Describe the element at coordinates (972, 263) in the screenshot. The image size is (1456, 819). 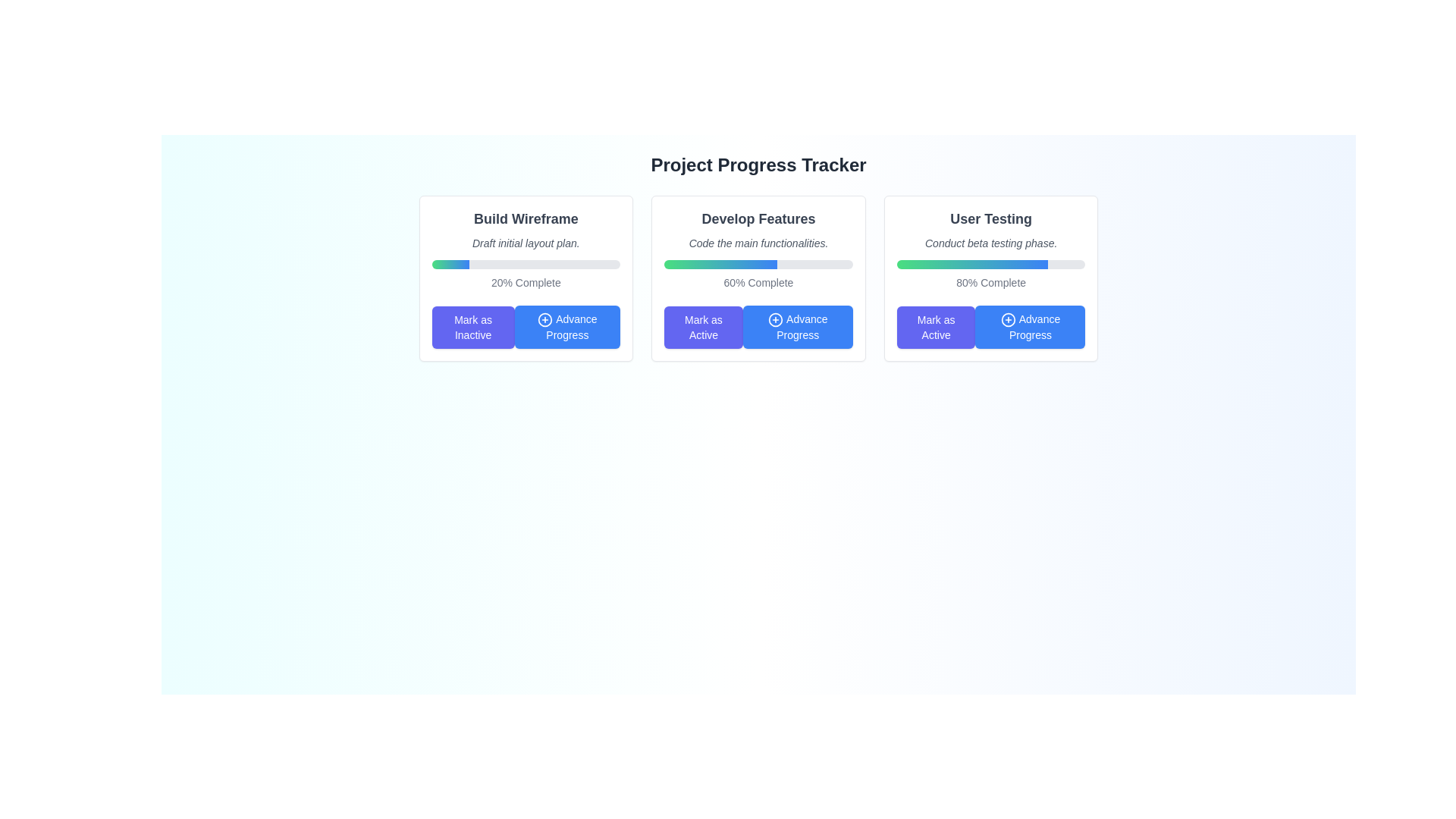
I see `the Gradient Progress Bar, which is a filled horizontal bar with a gradient background from green to blue, located beneath the 'User Testing' header` at that location.